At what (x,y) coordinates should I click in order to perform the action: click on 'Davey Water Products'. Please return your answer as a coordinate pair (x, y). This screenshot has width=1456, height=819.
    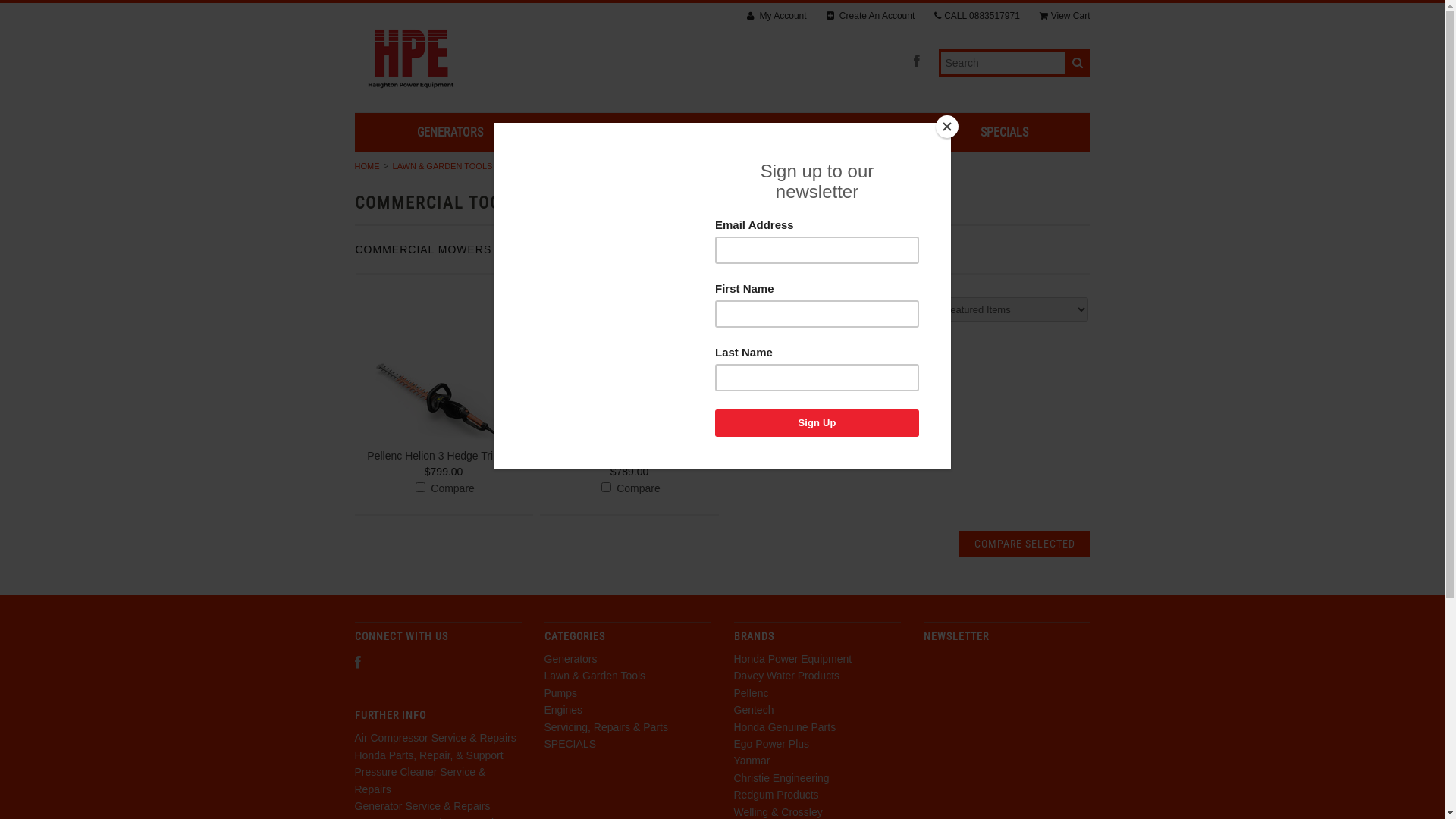
    Looking at the image, I should click on (786, 675).